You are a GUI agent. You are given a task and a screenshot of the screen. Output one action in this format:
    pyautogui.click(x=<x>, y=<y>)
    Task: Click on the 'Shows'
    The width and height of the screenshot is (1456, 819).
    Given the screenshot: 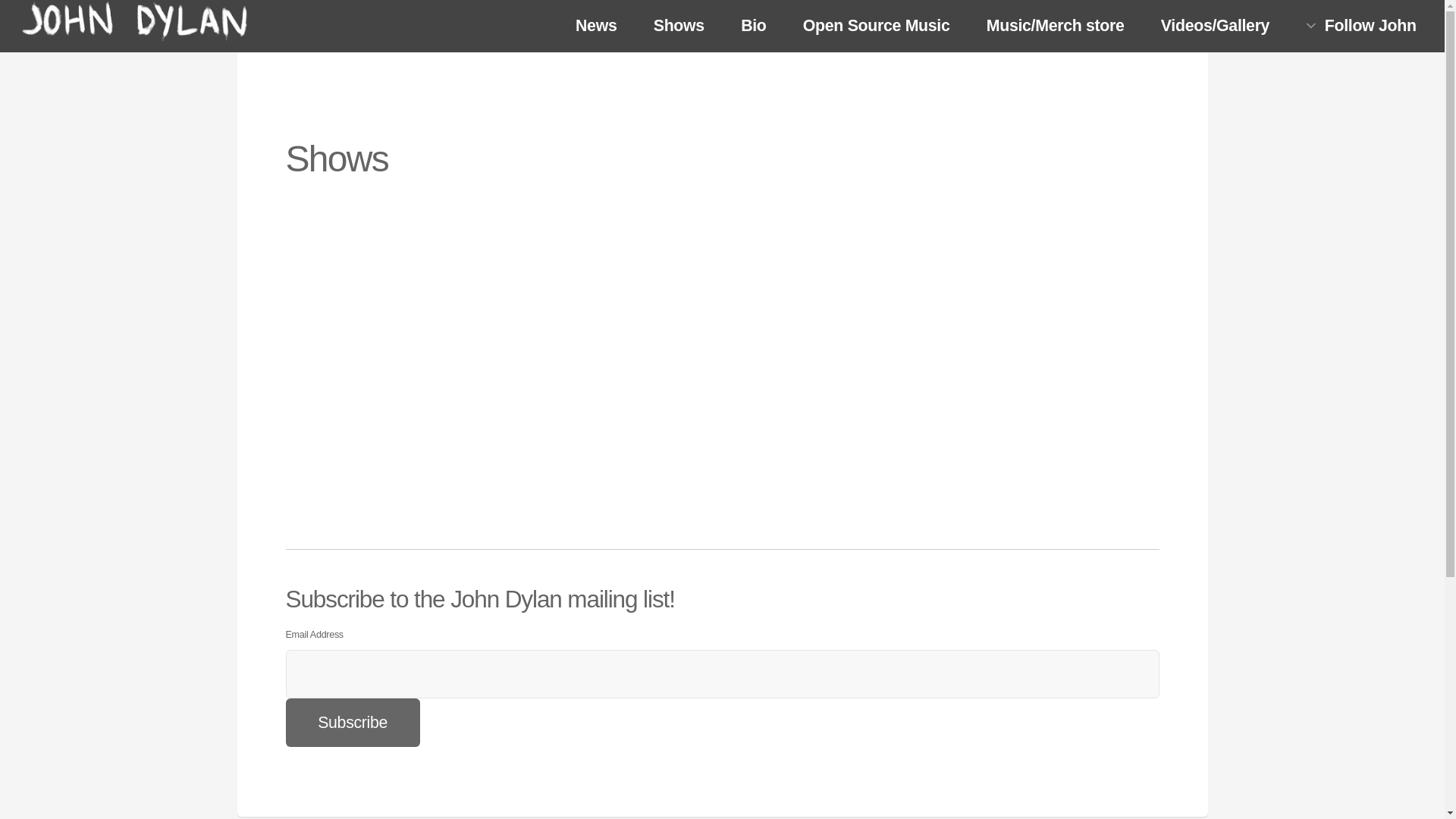 What is the action you would take?
    pyautogui.click(x=677, y=27)
    